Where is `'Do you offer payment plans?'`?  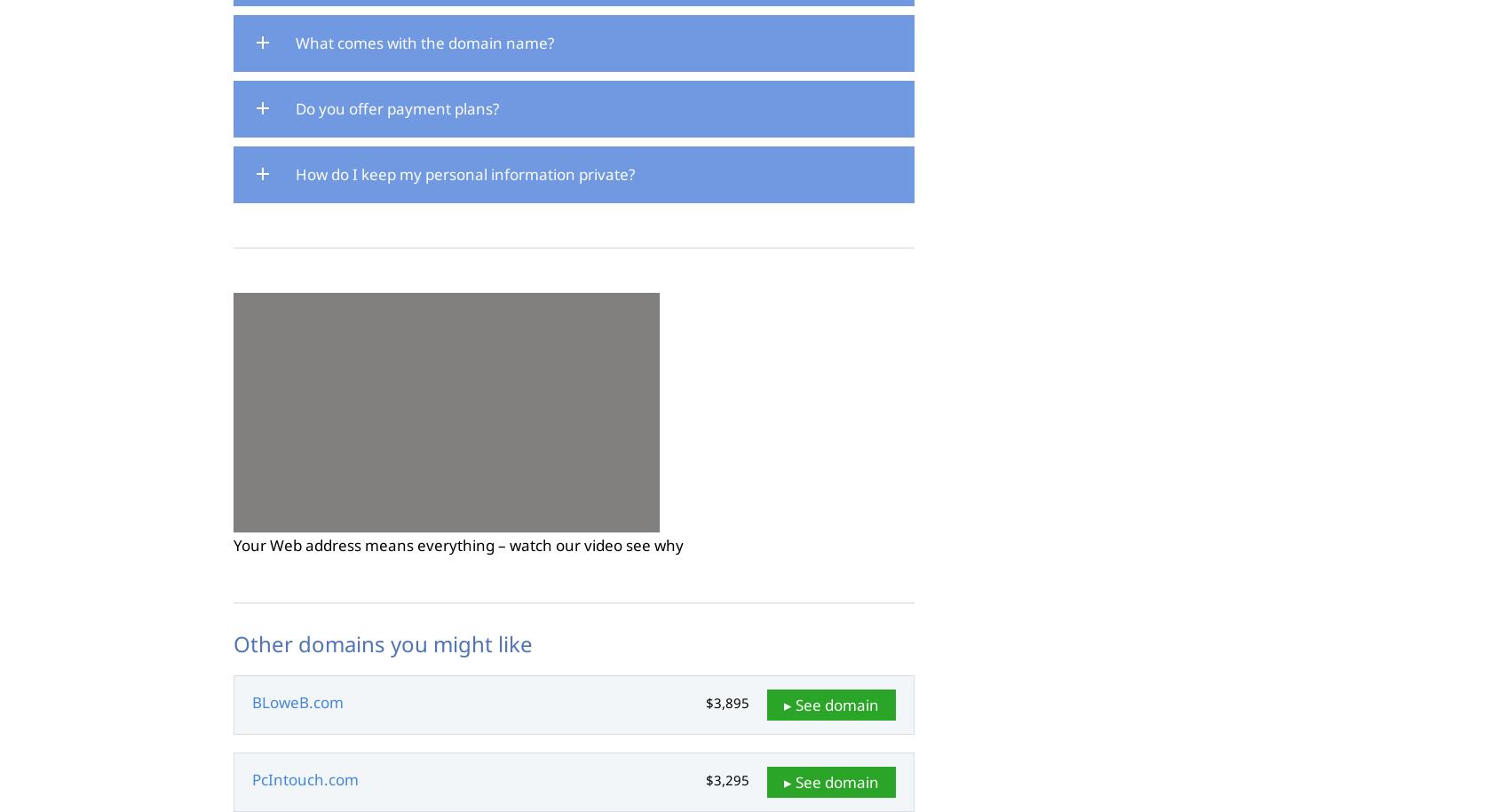 'Do you offer payment plans?' is located at coordinates (396, 108).